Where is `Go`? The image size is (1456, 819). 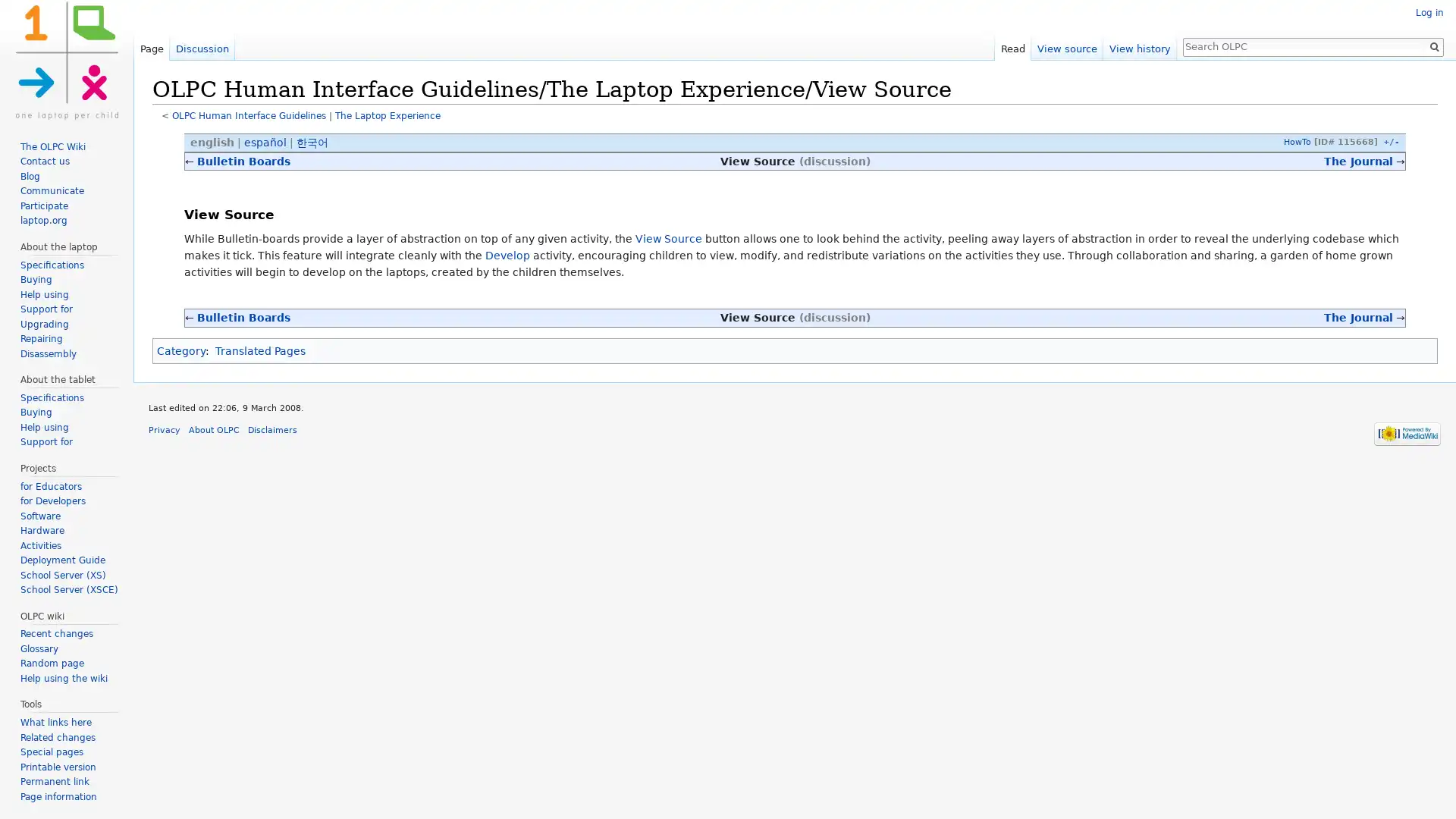 Go is located at coordinates (1433, 45).